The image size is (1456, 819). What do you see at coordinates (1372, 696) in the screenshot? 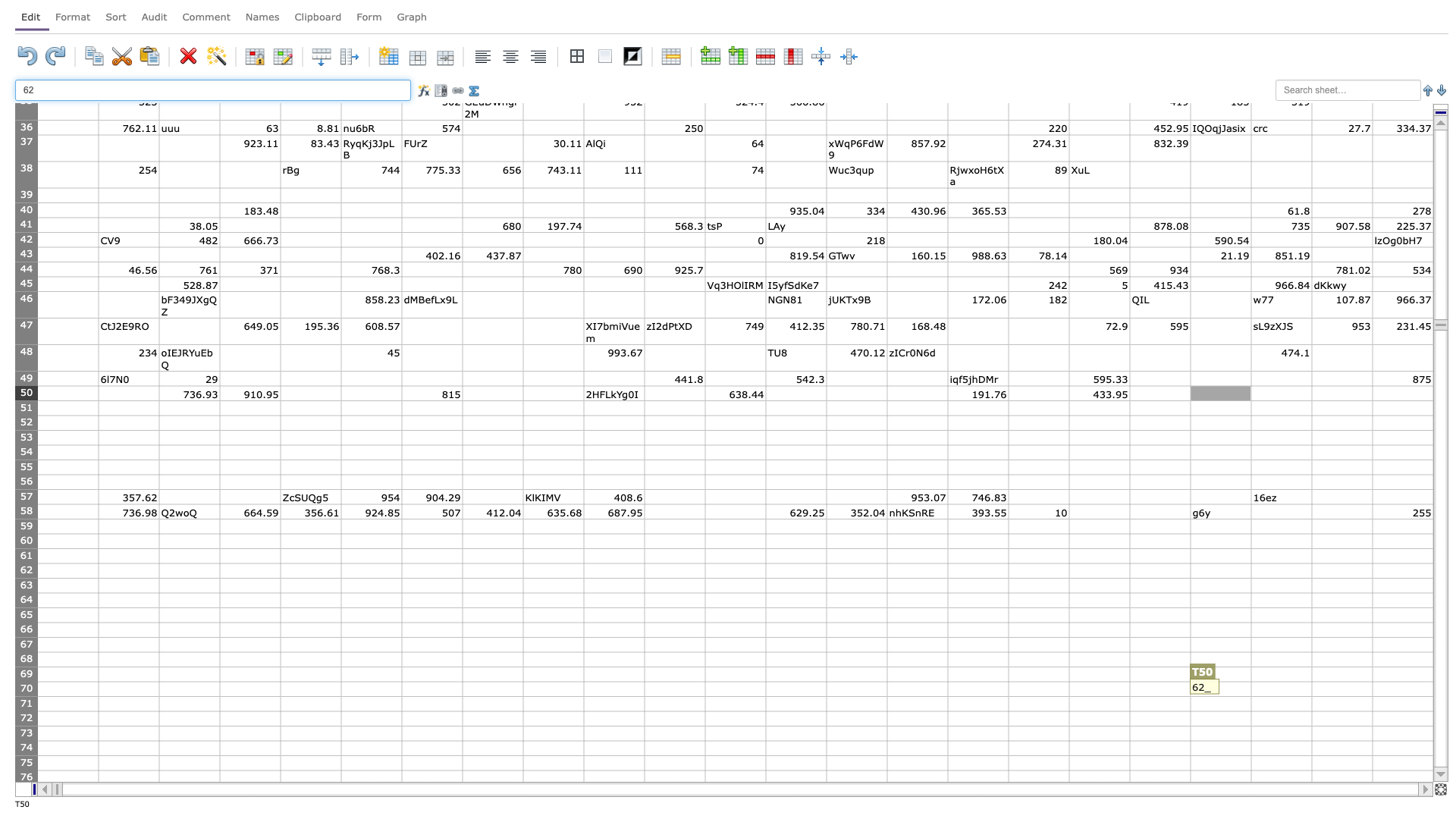
I see `bottom right corner of V70` at bounding box center [1372, 696].